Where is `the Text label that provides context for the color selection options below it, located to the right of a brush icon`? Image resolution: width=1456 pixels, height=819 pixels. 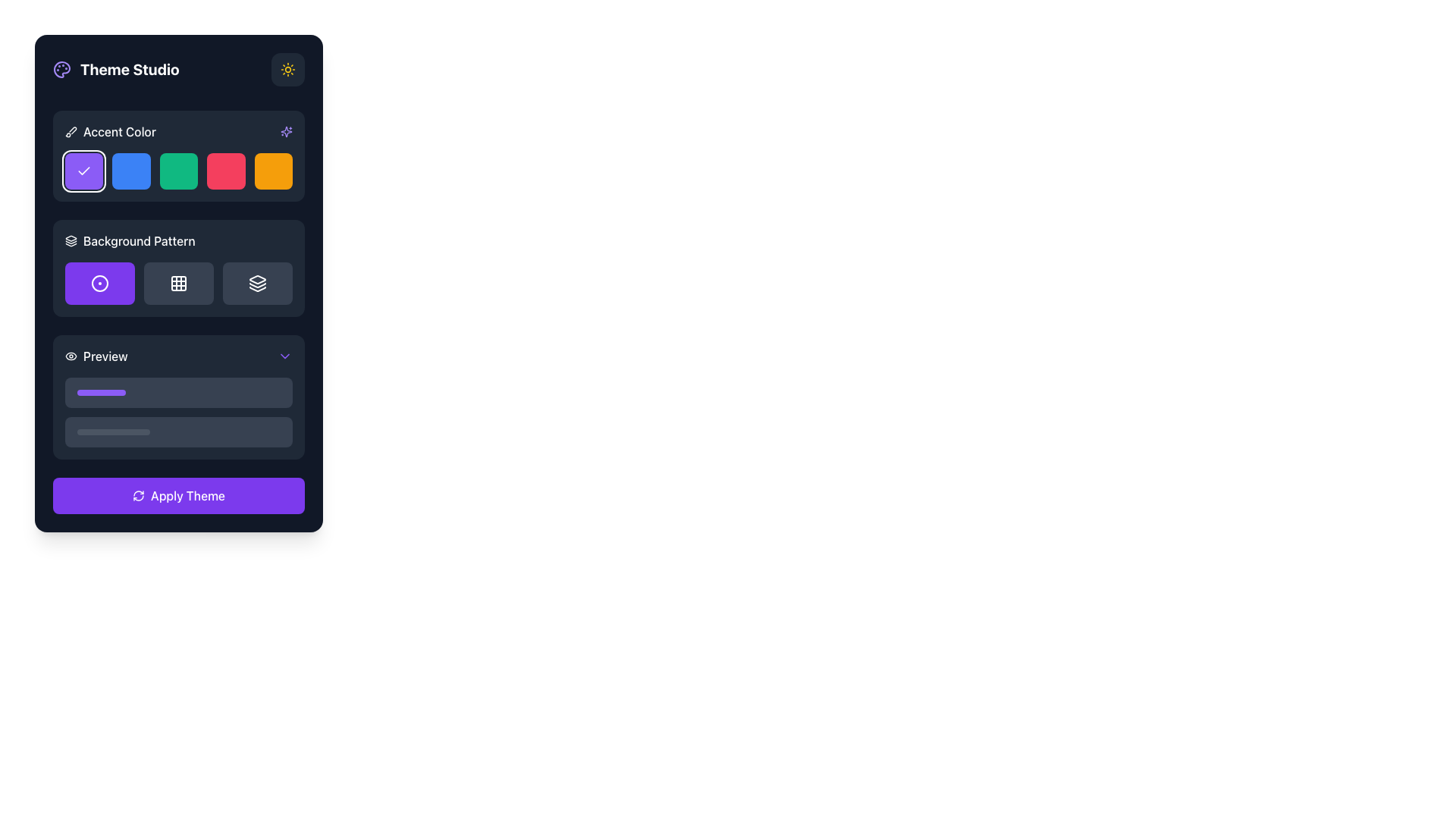
the Text label that provides context for the color selection options below it, located to the right of a brush icon is located at coordinates (119, 130).